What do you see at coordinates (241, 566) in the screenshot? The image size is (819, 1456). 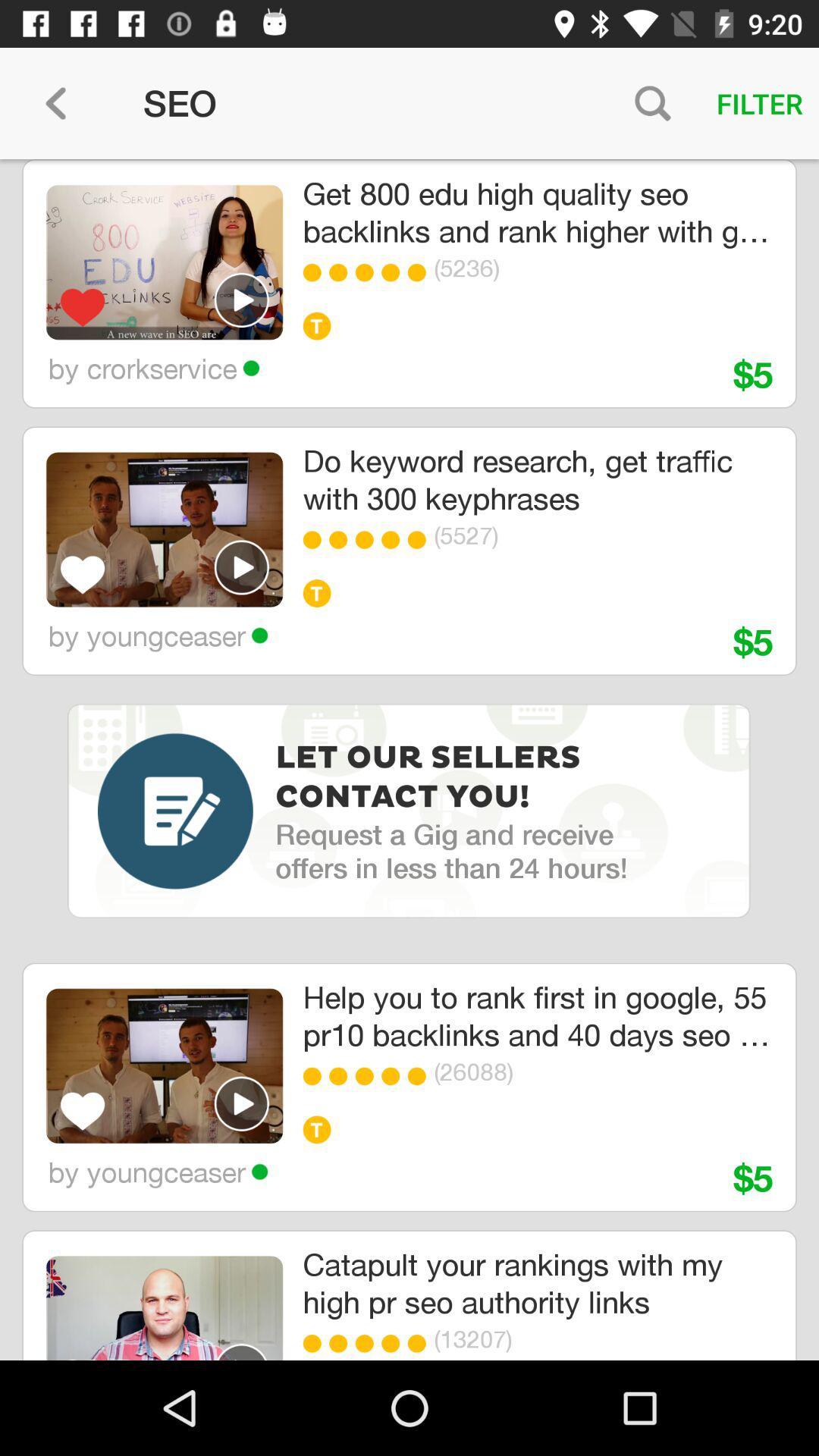 I see `video` at bounding box center [241, 566].